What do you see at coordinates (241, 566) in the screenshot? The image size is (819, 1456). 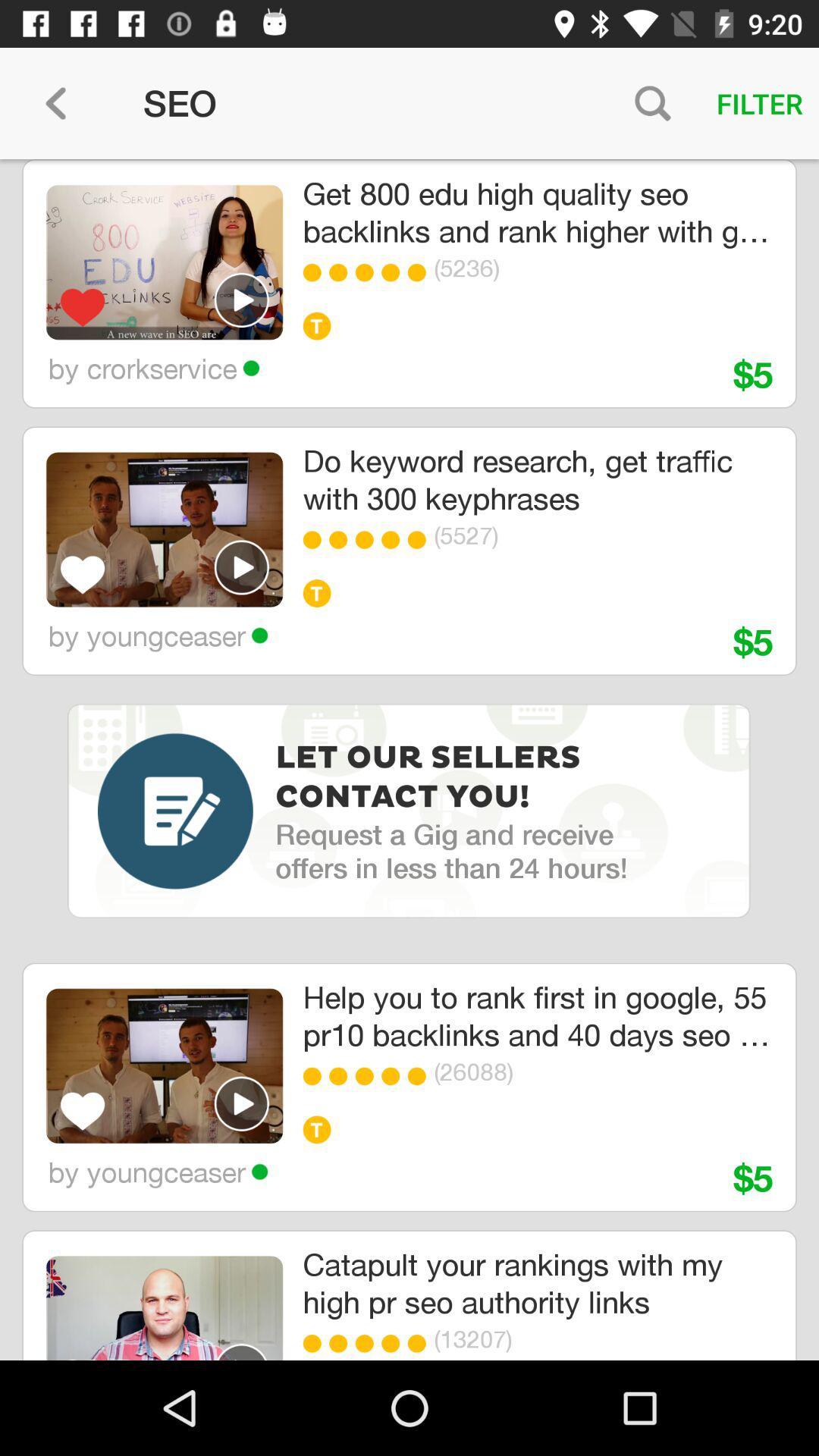 I see `video` at bounding box center [241, 566].